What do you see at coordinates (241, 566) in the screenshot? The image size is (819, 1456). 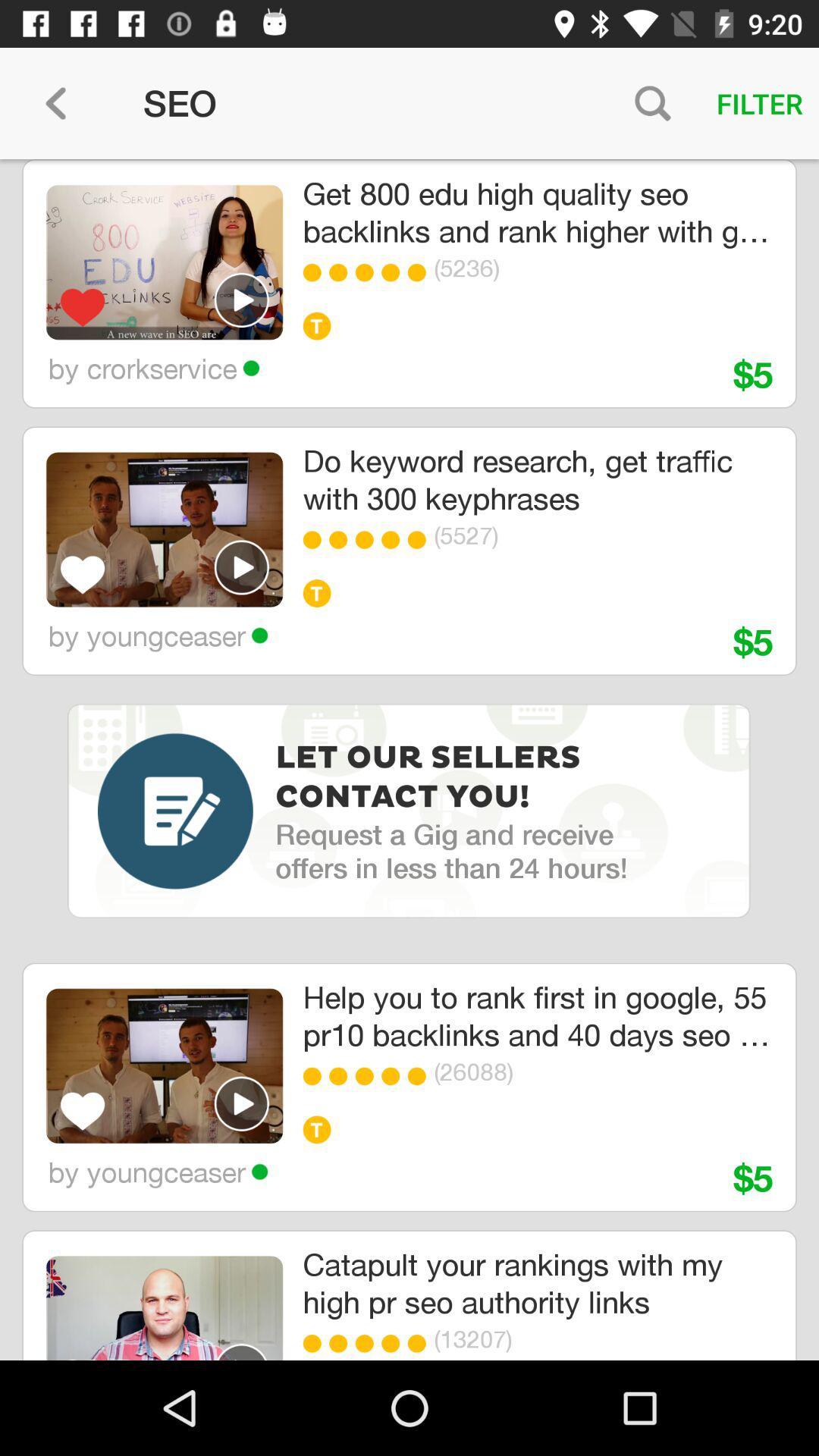 I see `video` at bounding box center [241, 566].